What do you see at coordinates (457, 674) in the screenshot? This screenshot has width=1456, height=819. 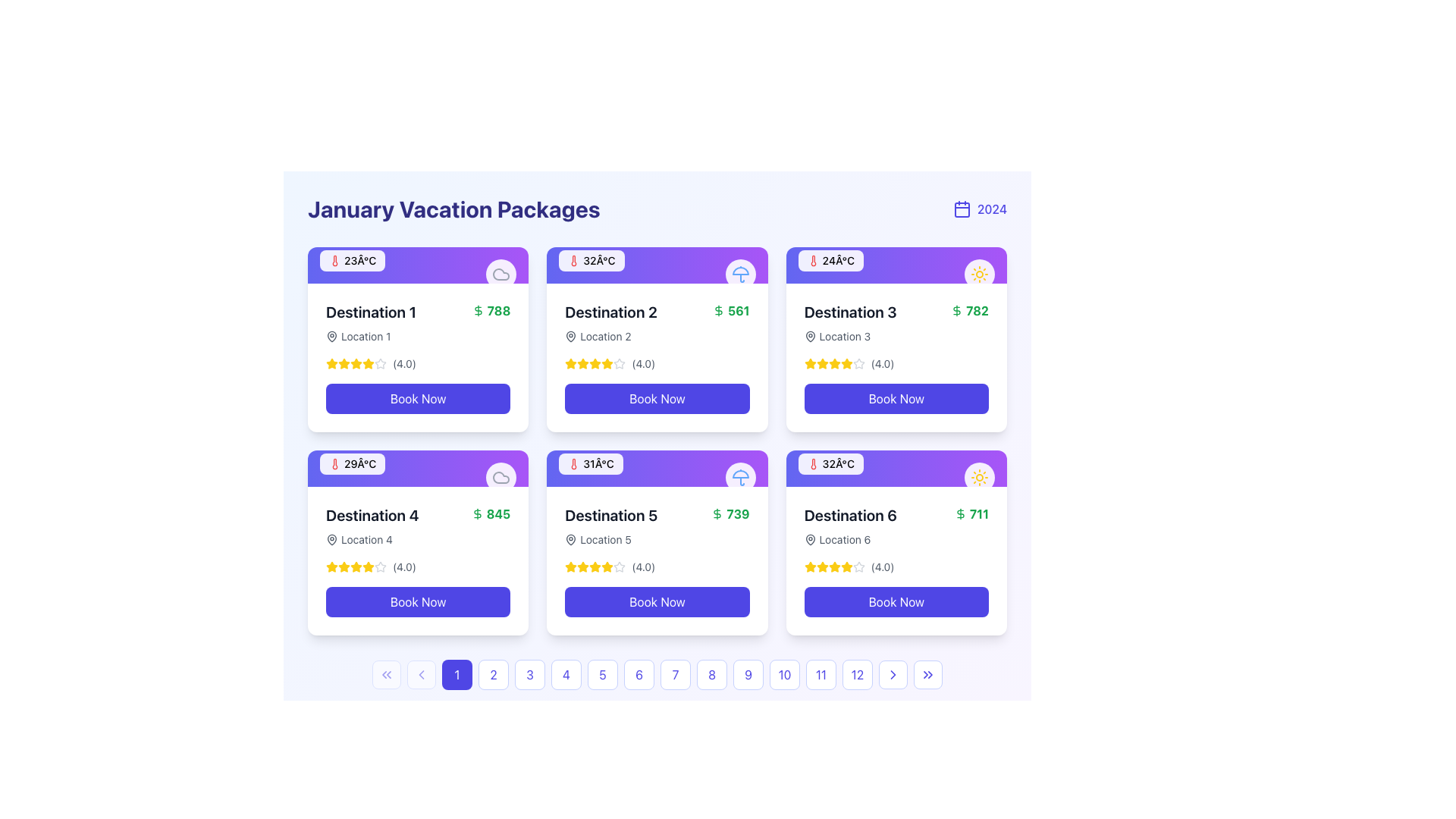 I see `the pagination button located at the bottom center of the interface` at bounding box center [457, 674].